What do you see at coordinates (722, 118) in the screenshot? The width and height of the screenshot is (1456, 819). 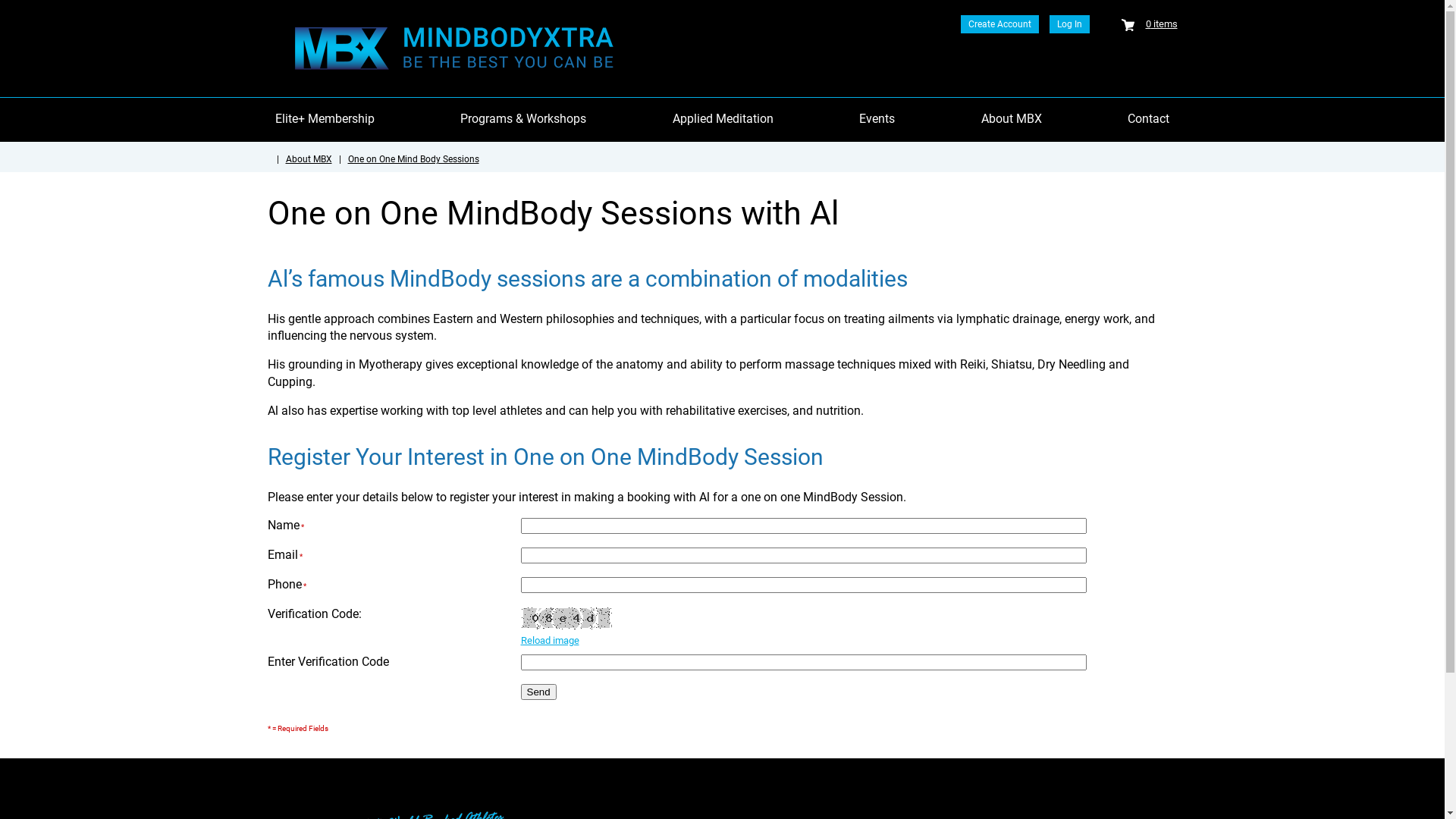 I see `'Applied Meditation'` at bounding box center [722, 118].